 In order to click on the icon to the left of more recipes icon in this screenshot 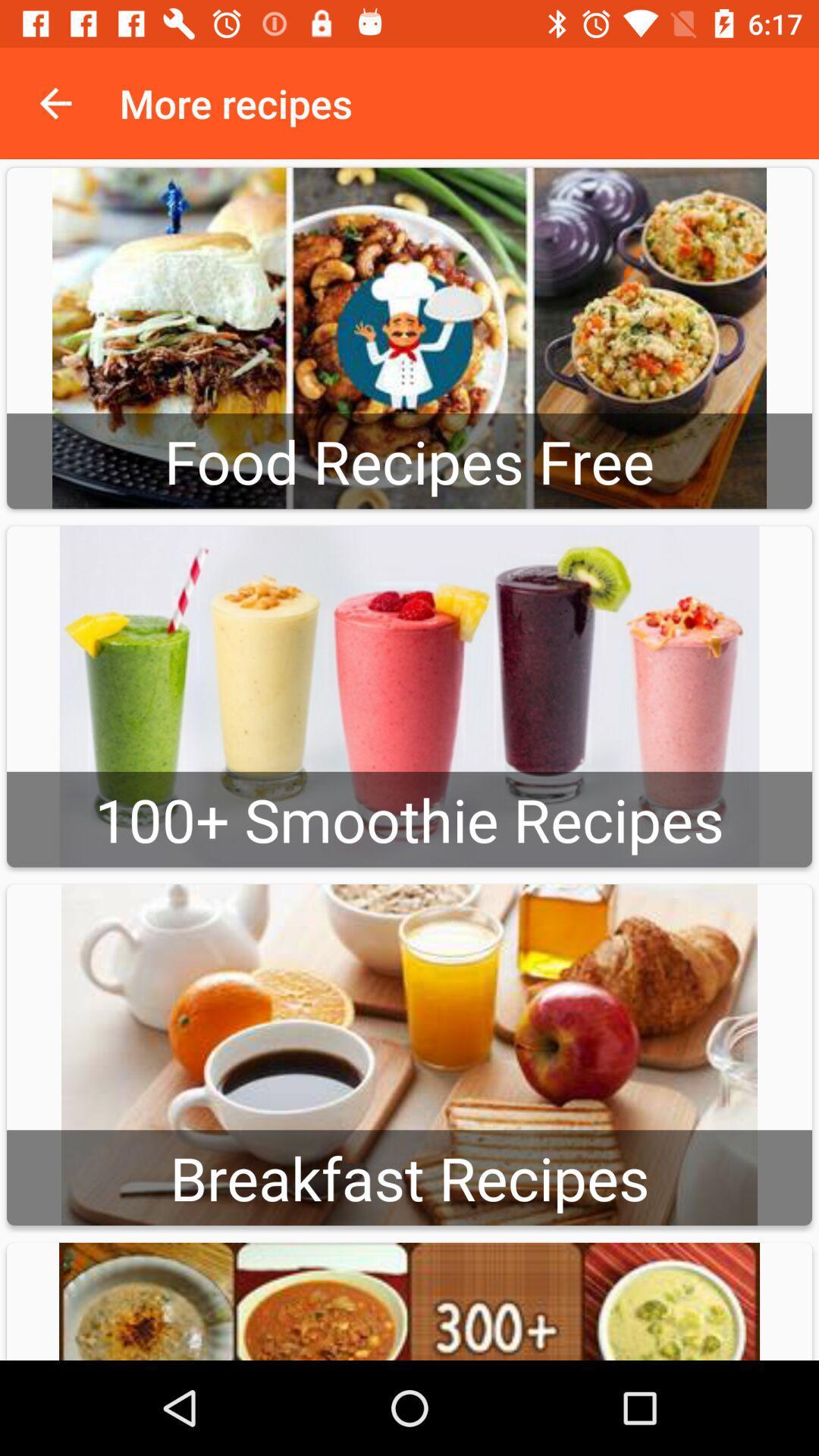, I will do `click(55, 102)`.